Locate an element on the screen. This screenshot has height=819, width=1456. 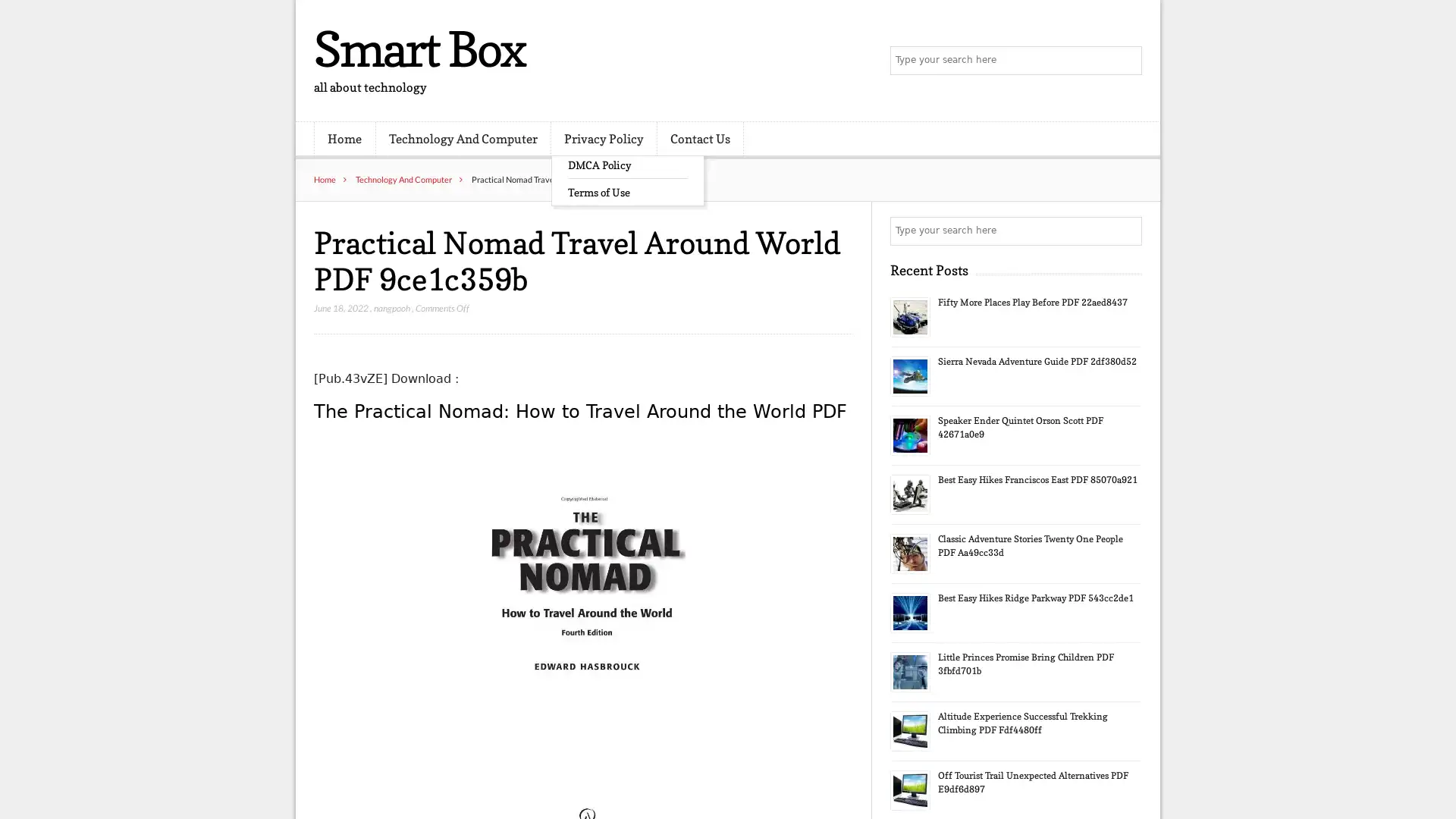
Search is located at coordinates (1126, 231).